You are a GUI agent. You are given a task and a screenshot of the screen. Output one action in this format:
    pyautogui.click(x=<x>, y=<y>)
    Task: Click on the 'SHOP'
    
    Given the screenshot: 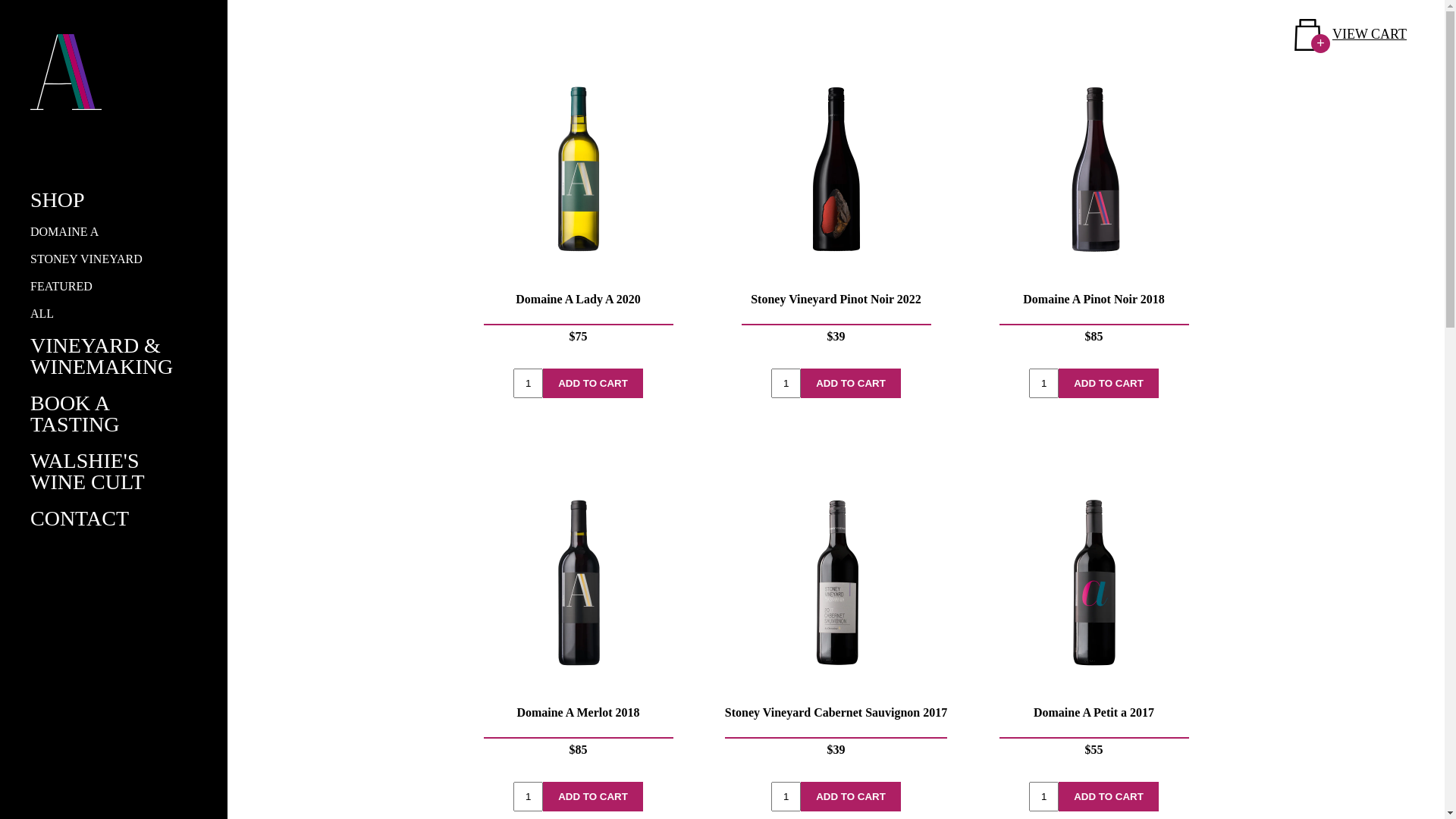 What is the action you would take?
    pyautogui.click(x=58, y=199)
    